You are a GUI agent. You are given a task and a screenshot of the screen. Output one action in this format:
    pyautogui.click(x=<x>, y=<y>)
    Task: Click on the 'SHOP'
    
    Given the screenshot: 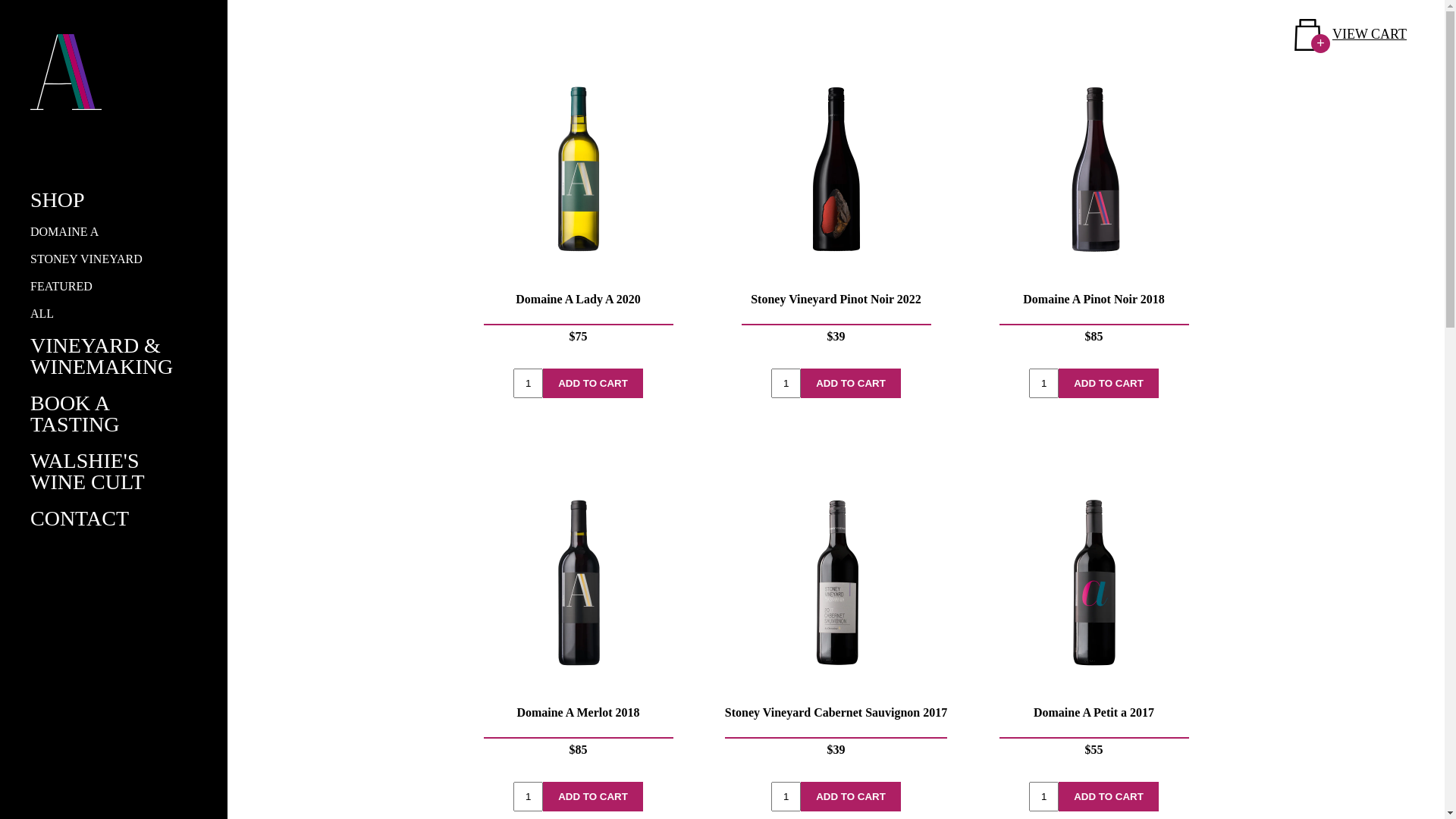 What is the action you would take?
    pyautogui.click(x=58, y=199)
    